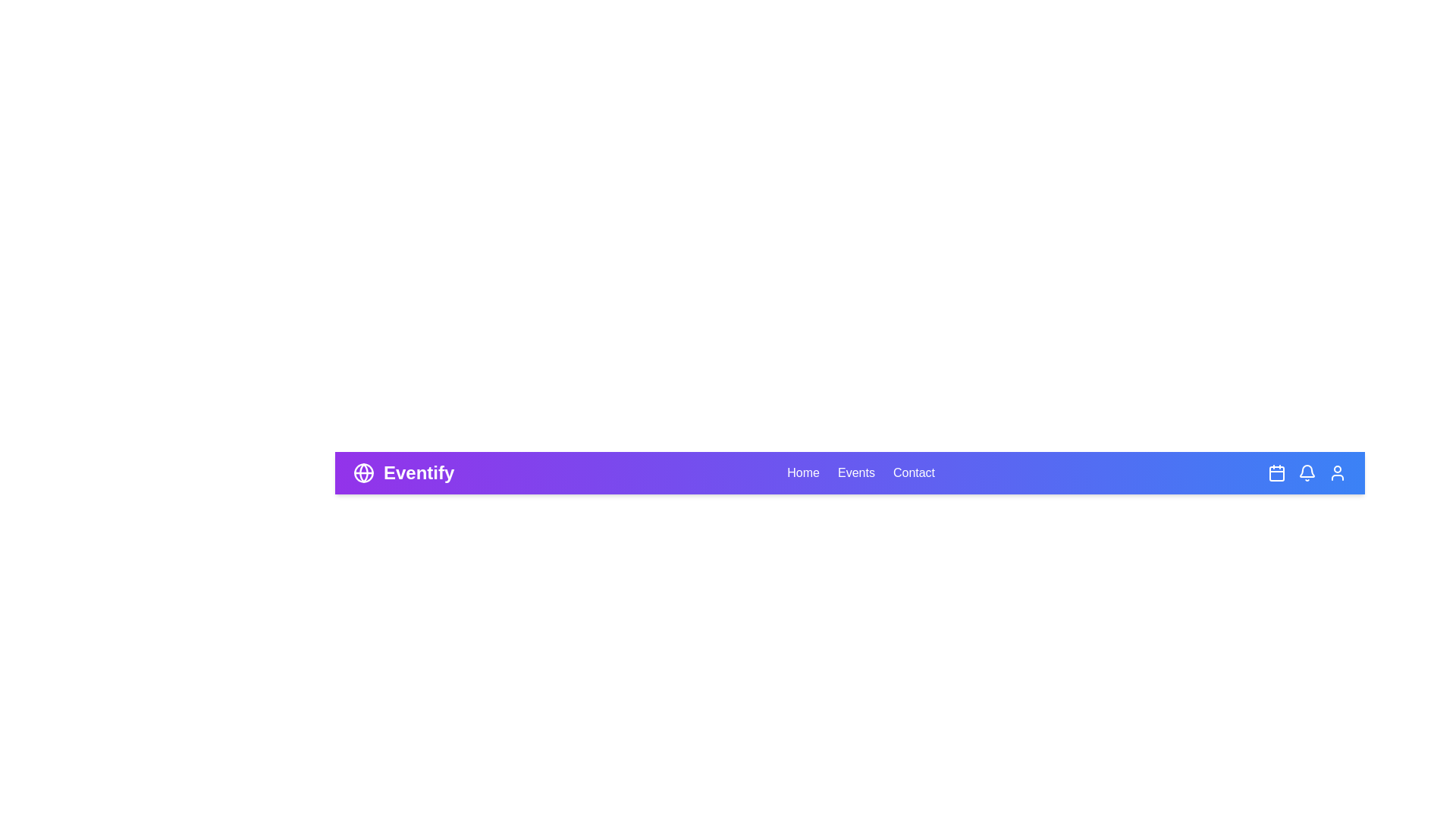 The width and height of the screenshot is (1456, 819). What do you see at coordinates (1306, 472) in the screenshot?
I see `the bell icon to view notifications` at bounding box center [1306, 472].